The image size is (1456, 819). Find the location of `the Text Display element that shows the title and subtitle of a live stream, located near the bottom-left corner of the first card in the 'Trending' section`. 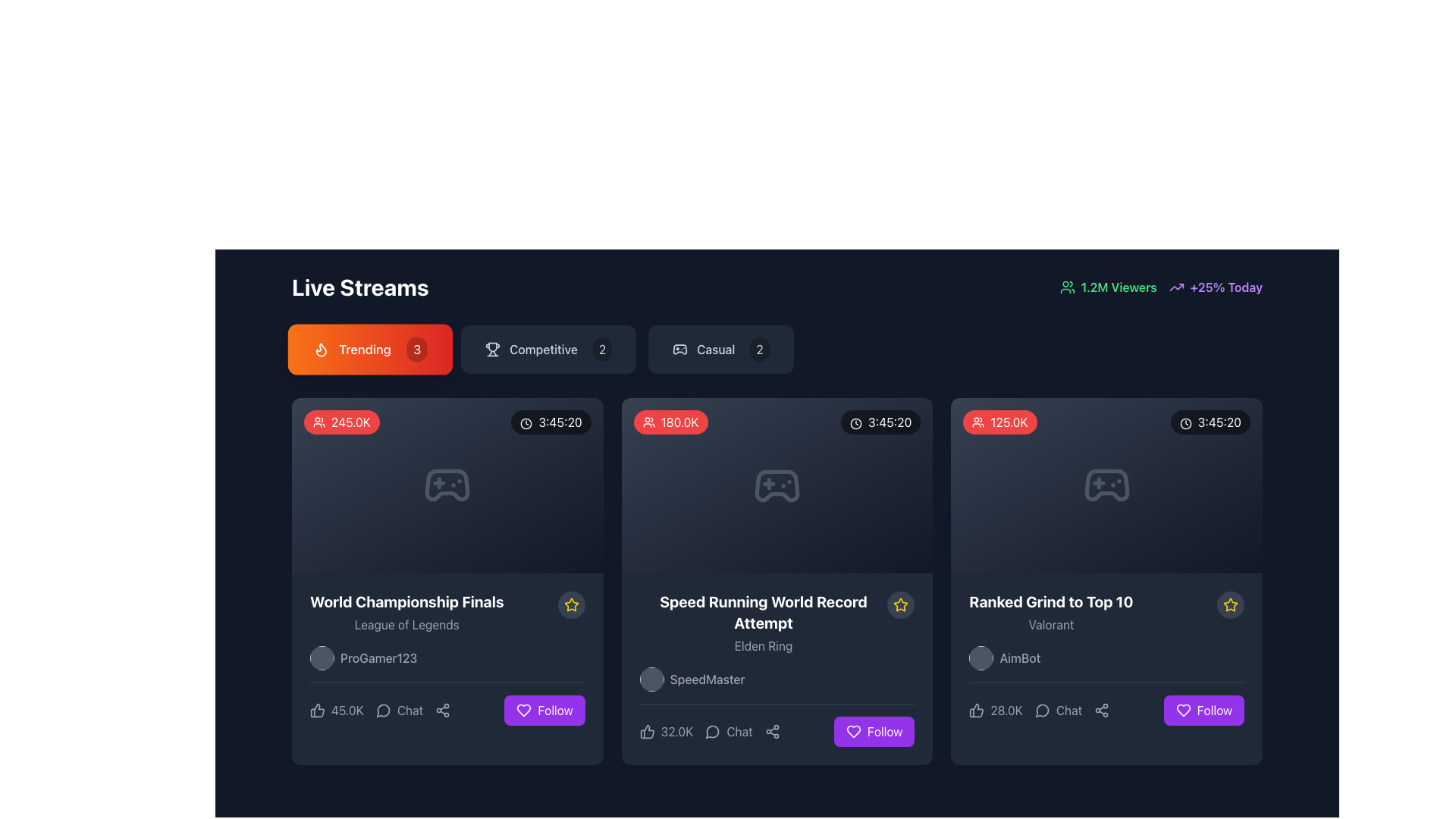

the Text Display element that shows the title and subtitle of a live stream, located near the bottom-left corner of the first card in the 'Trending' section is located at coordinates (406, 611).